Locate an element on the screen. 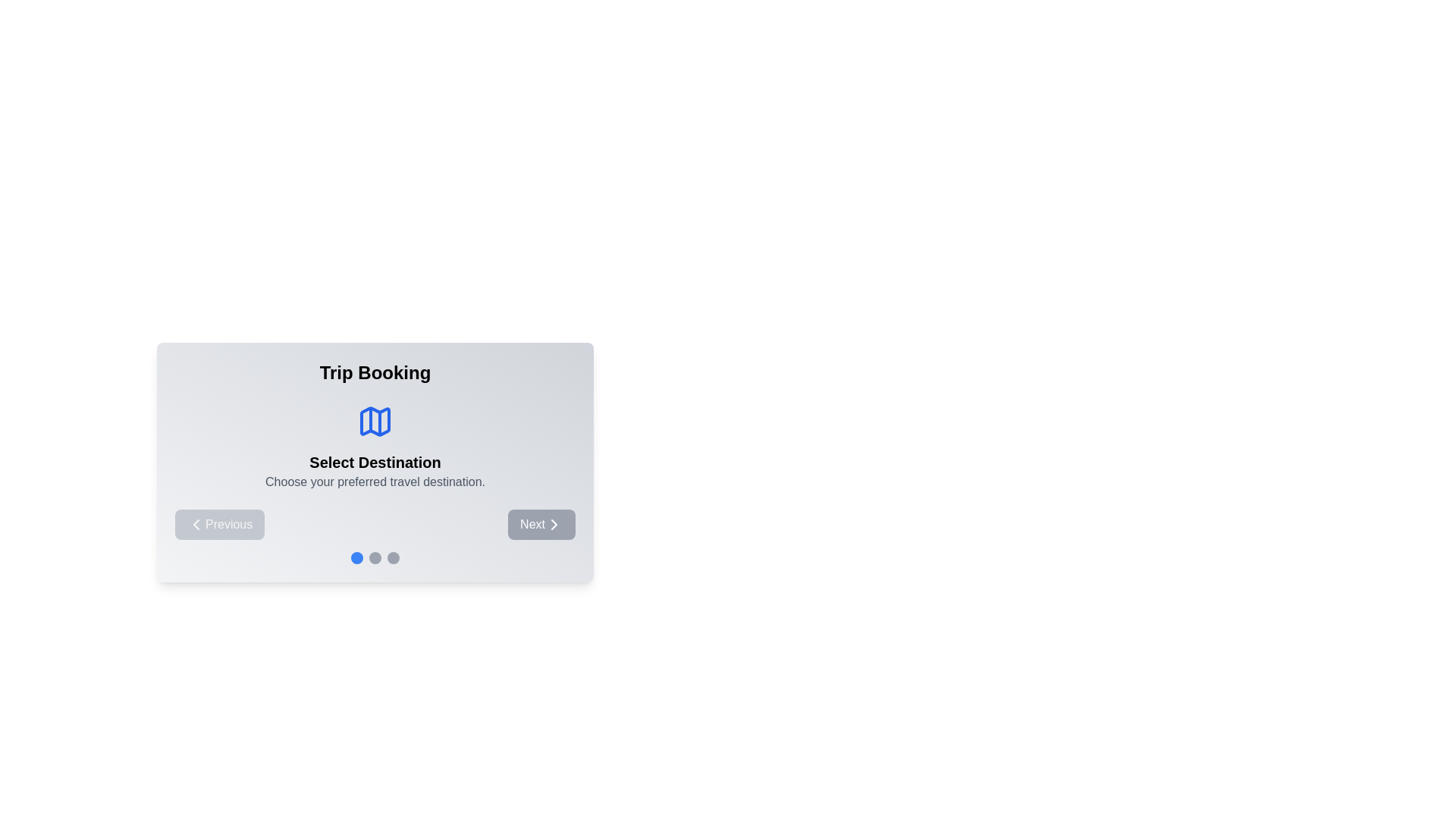 Image resolution: width=1456 pixels, height=819 pixels. the blue-colored map icon, which is styled with rounded edges and is centrally positioned above the 'Select Destination' text and below the 'Trip Booking' text is located at coordinates (375, 421).